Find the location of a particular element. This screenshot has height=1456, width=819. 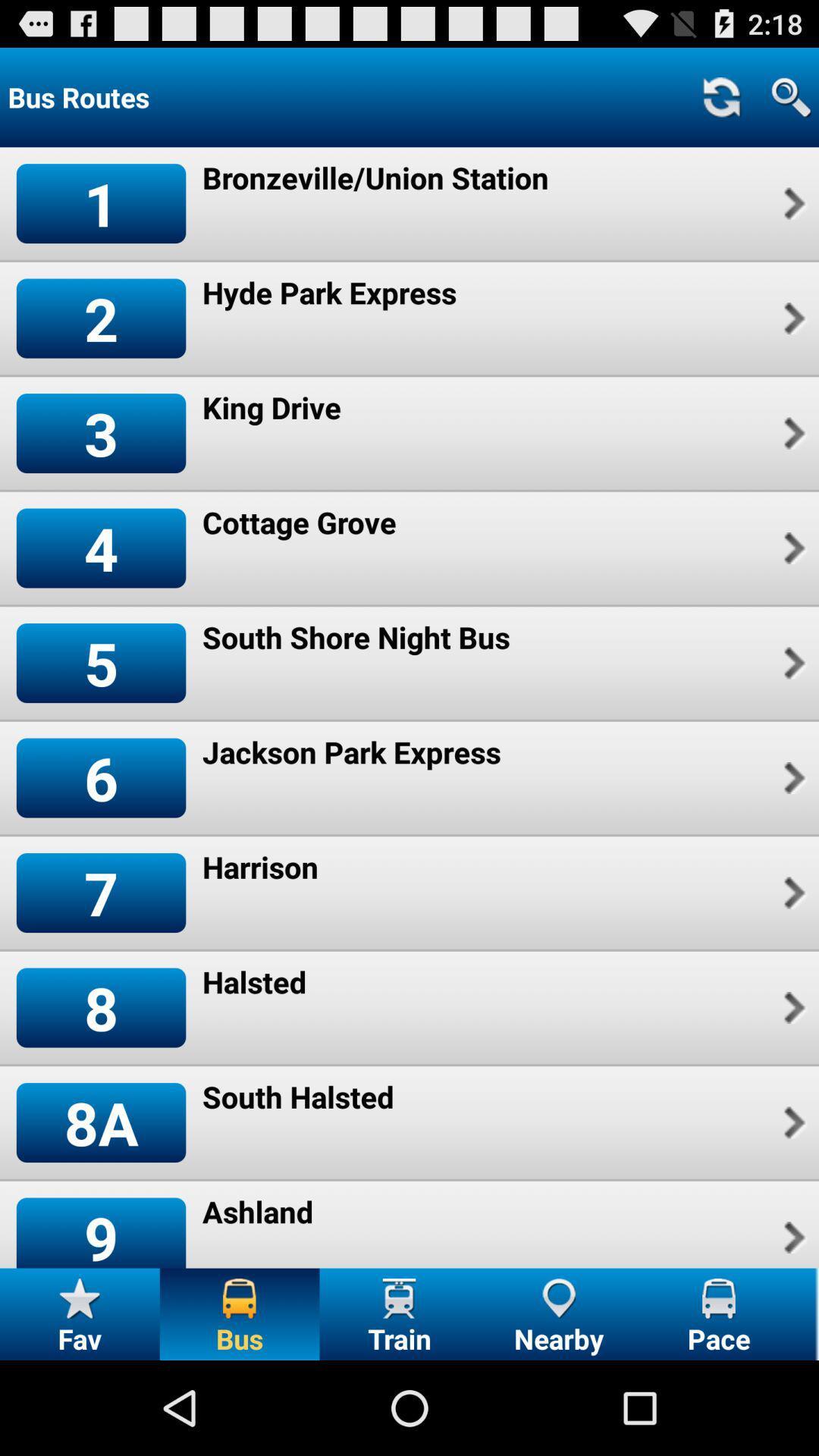

item next to the 9 is located at coordinates (257, 1210).